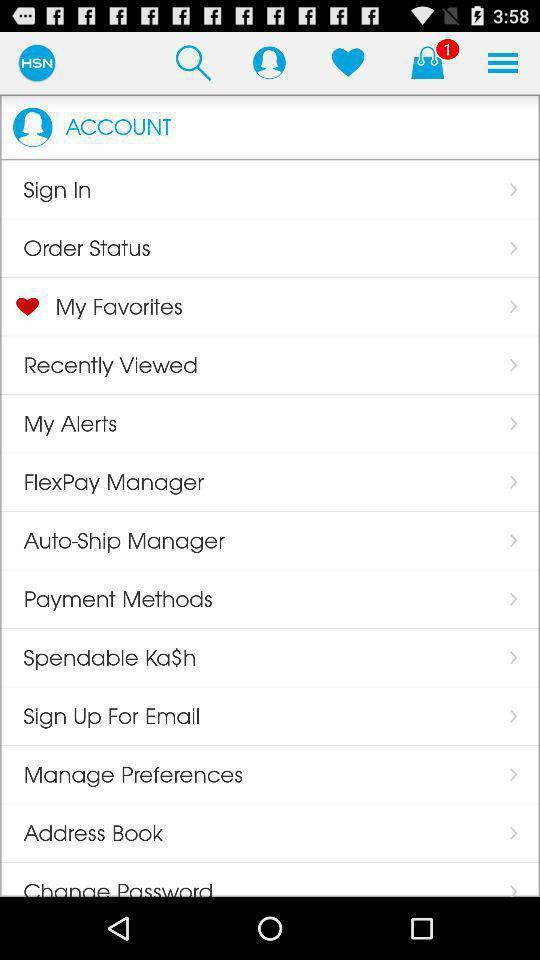  Describe the element at coordinates (97, 656) in the screenshot. I see `item above sign up for item` at that location.